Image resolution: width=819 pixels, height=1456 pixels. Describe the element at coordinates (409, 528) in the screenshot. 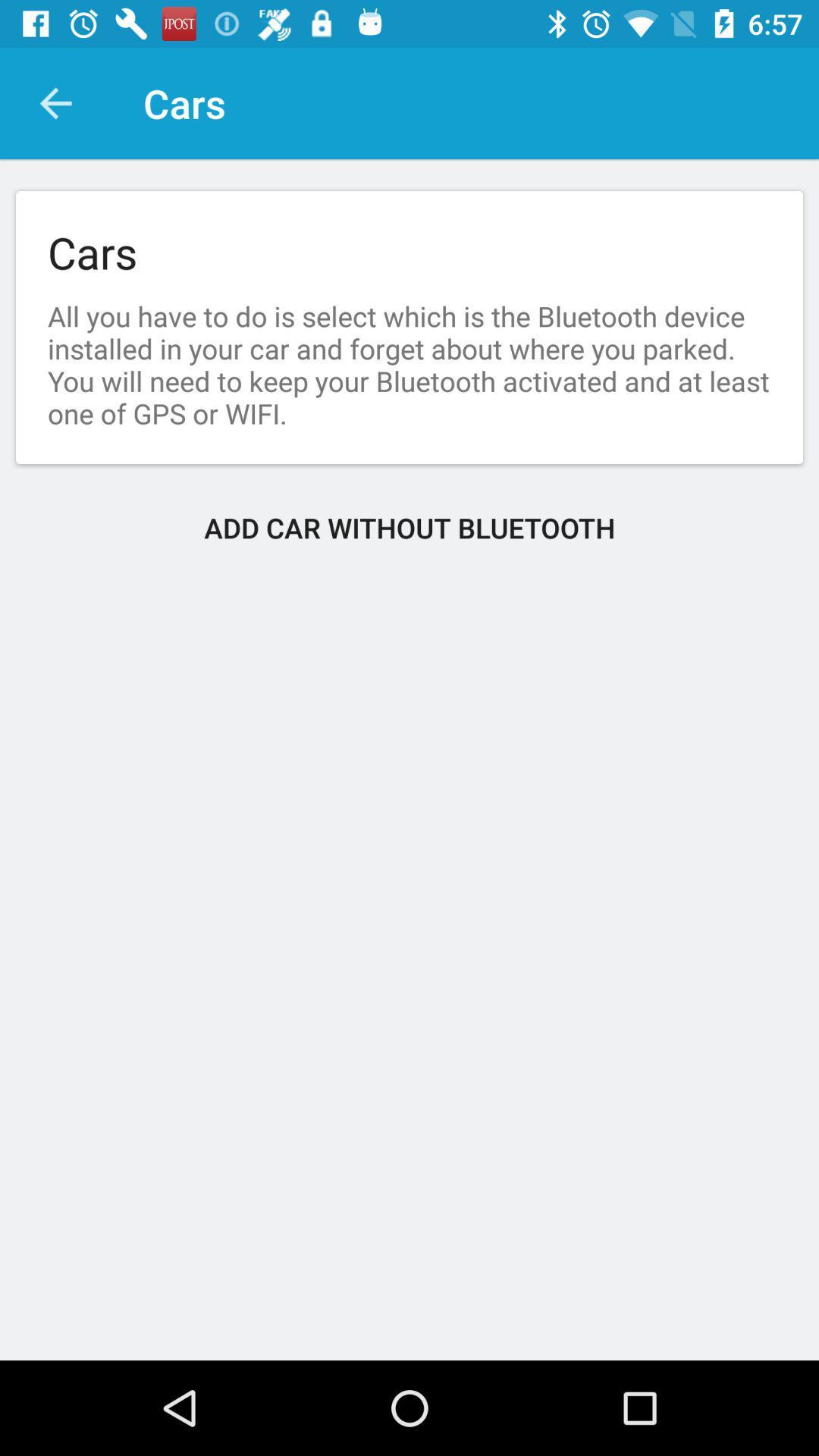

I see `the item below all you have` at that location.